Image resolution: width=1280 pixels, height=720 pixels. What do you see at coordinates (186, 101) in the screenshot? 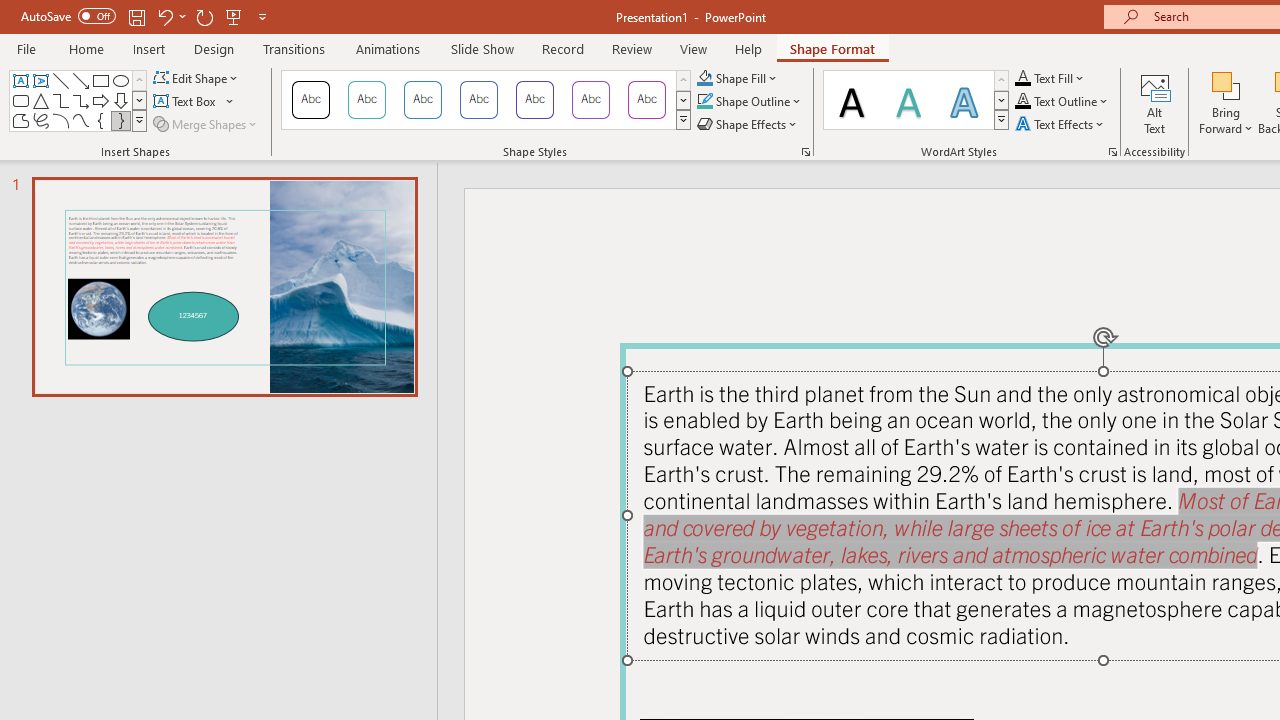
I see `'Draw Horizontal Text Box'` at bounding box center [186, 101].